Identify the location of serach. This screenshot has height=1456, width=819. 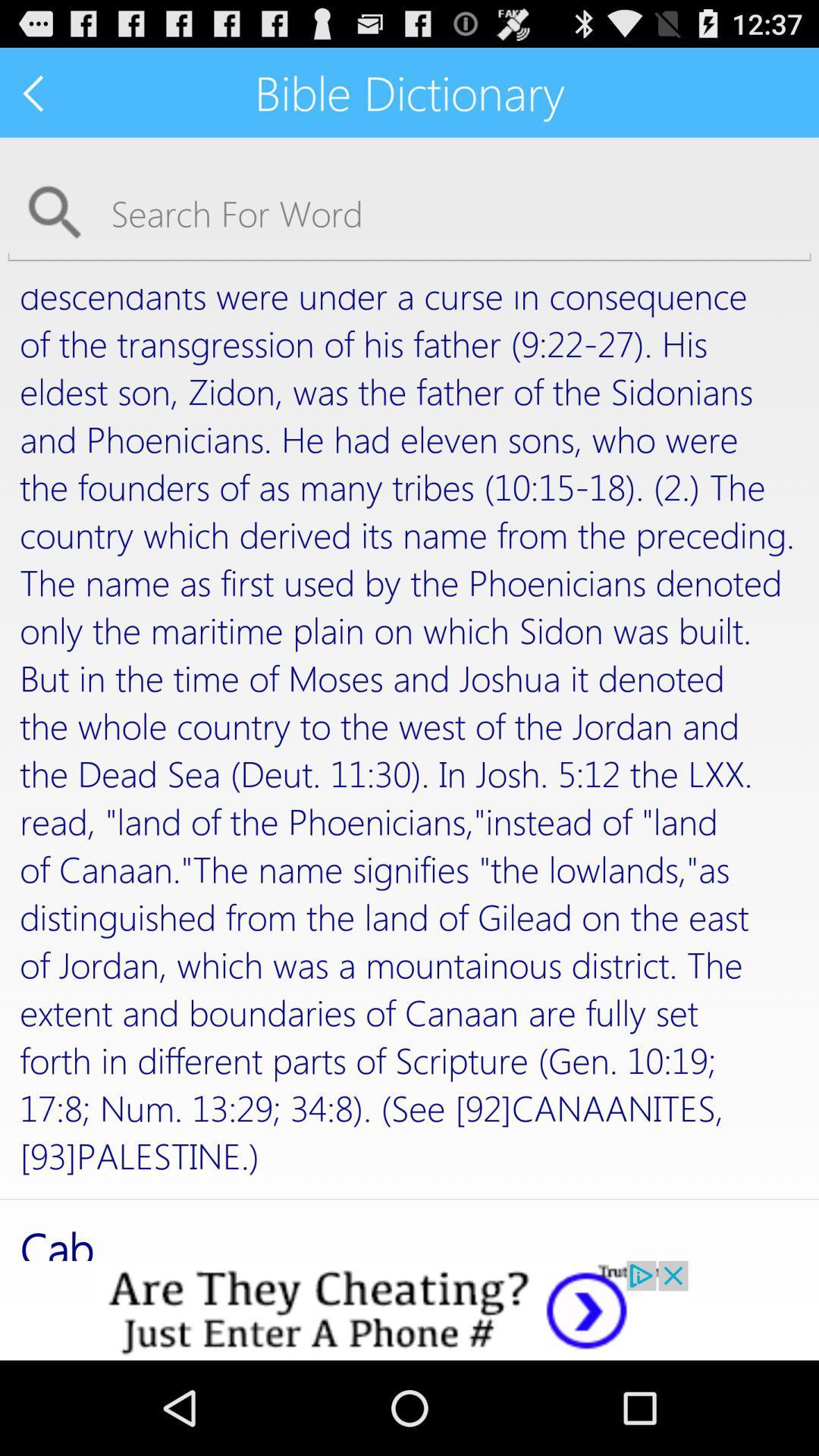
(409, 212).